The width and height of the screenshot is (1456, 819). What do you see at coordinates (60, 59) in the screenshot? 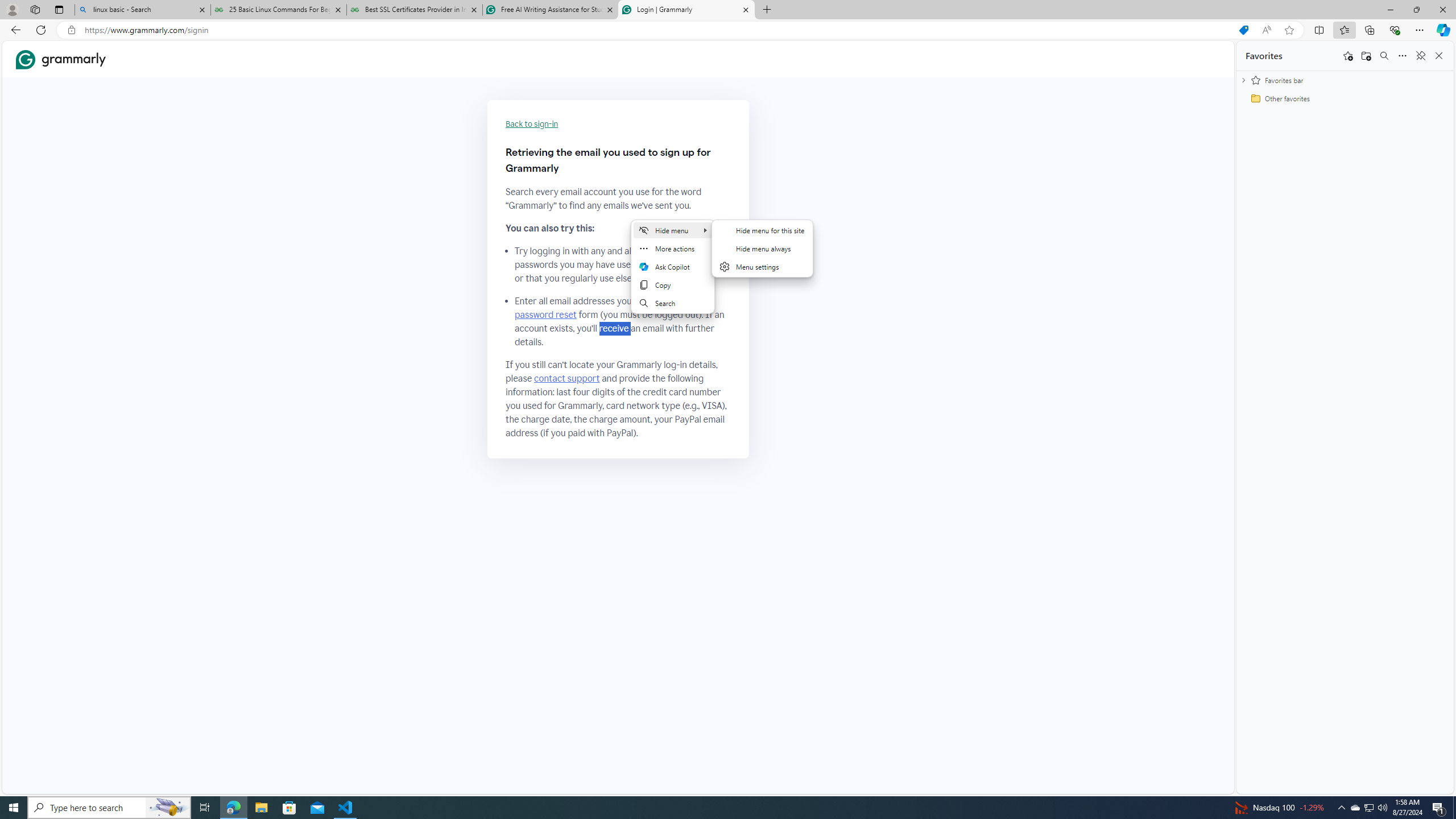
I see `'Grammarly Home'` at bounding box center [60, 59].